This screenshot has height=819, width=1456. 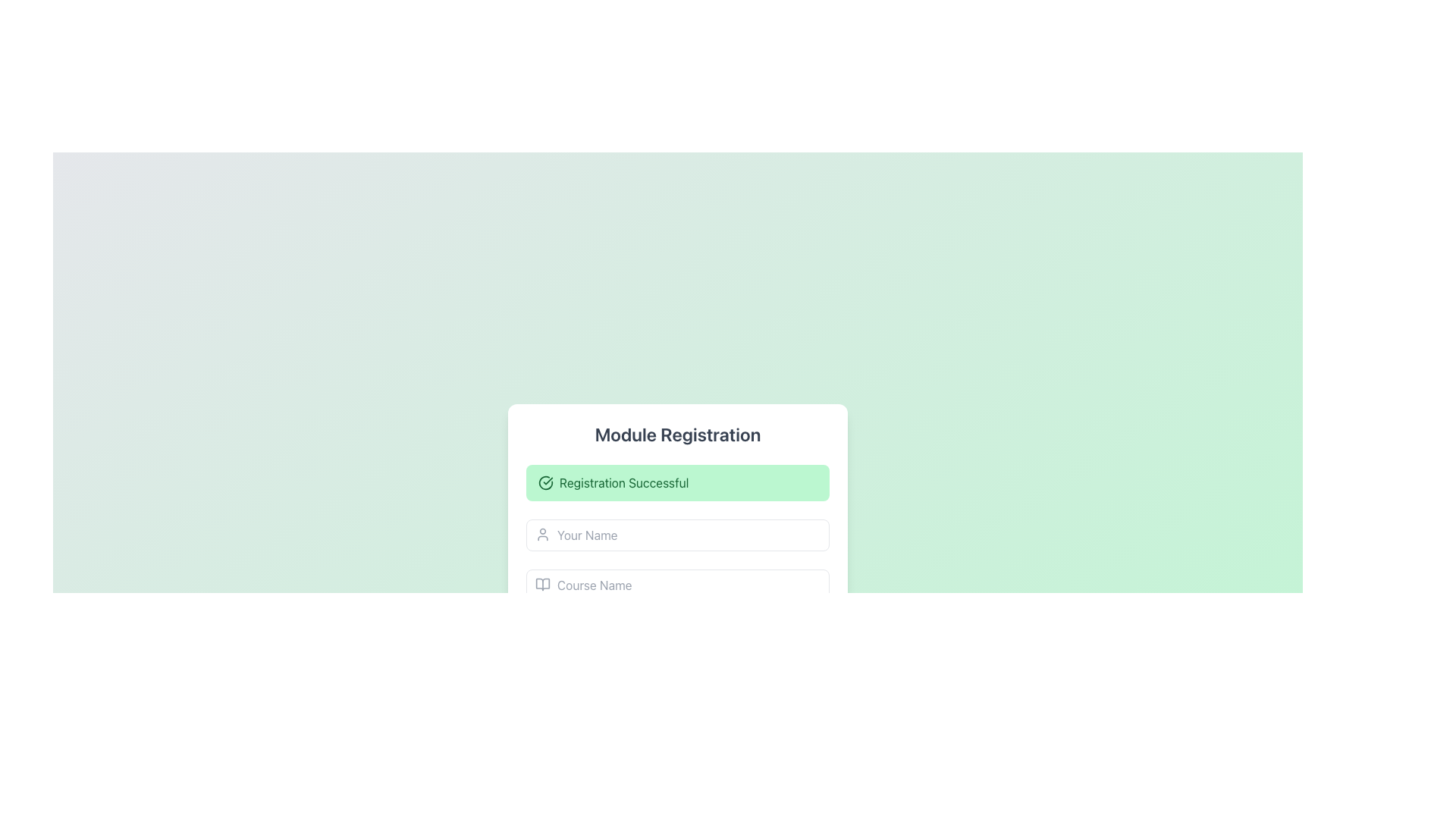 What do you see at coordinates (676, 482) in the screenshot?
I see `message from the Notification banner styled with a green background and containing the text 'Registration Successful'` at bounding box center [676, 482].